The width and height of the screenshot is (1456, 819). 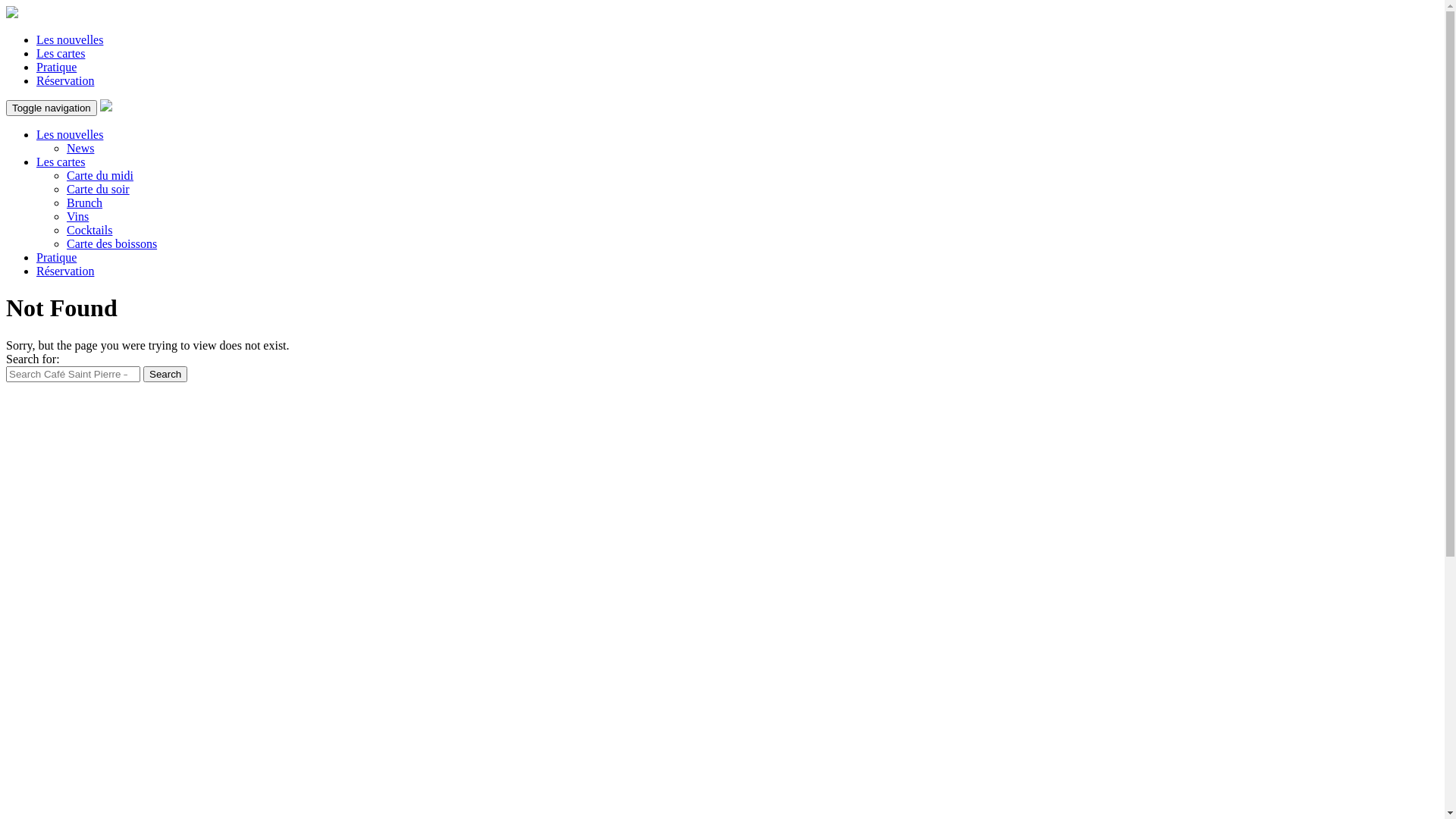 I want to click on 'Les nouvelles', so click(x=36, y=39).